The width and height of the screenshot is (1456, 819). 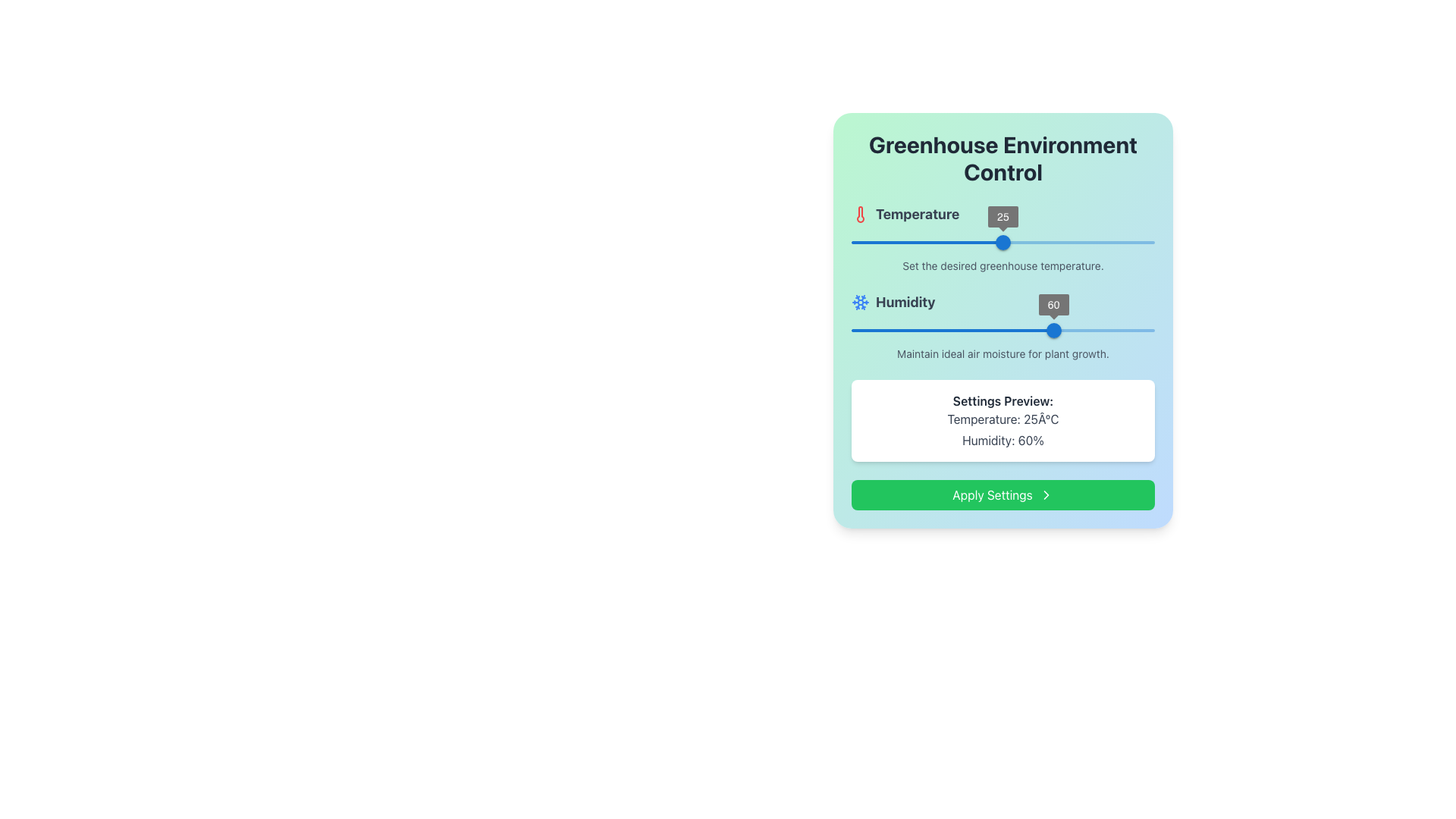 I want to click on temperature, so click(x=848, y=242).